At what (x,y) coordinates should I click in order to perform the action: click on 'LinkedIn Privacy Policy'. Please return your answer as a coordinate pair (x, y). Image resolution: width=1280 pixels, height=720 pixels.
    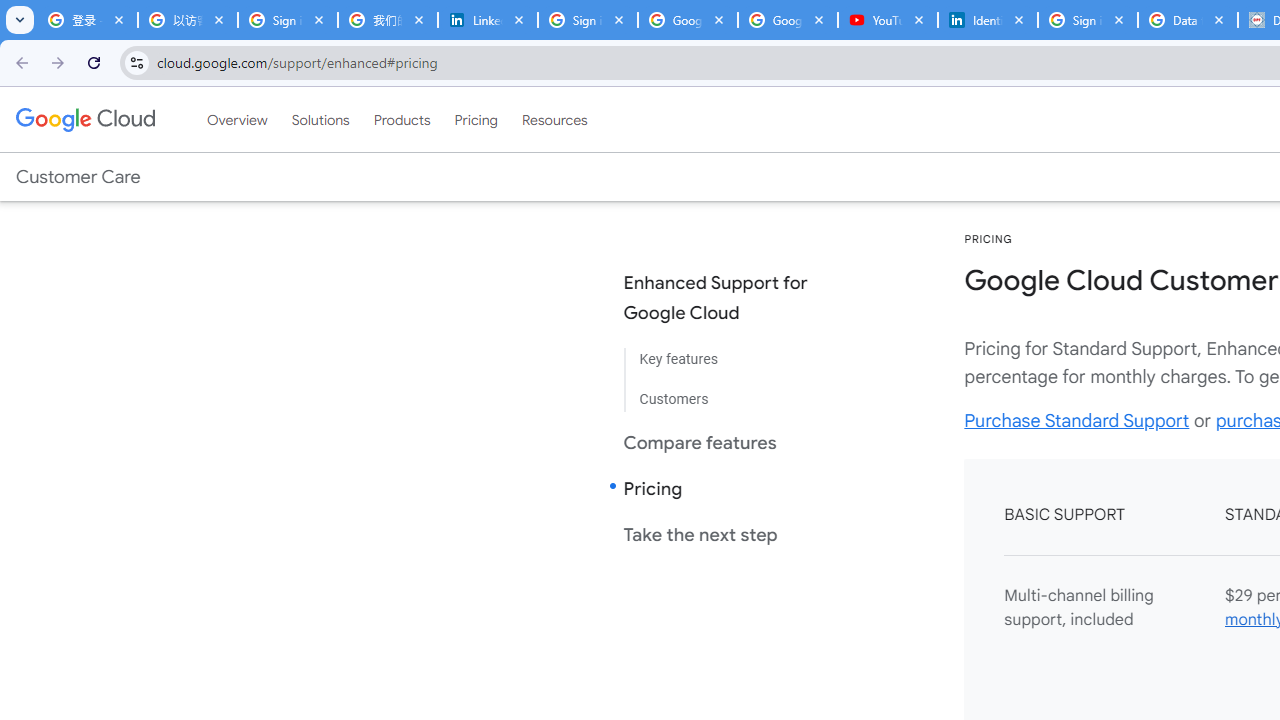
    Looking at the image, I should click on (487, 20).